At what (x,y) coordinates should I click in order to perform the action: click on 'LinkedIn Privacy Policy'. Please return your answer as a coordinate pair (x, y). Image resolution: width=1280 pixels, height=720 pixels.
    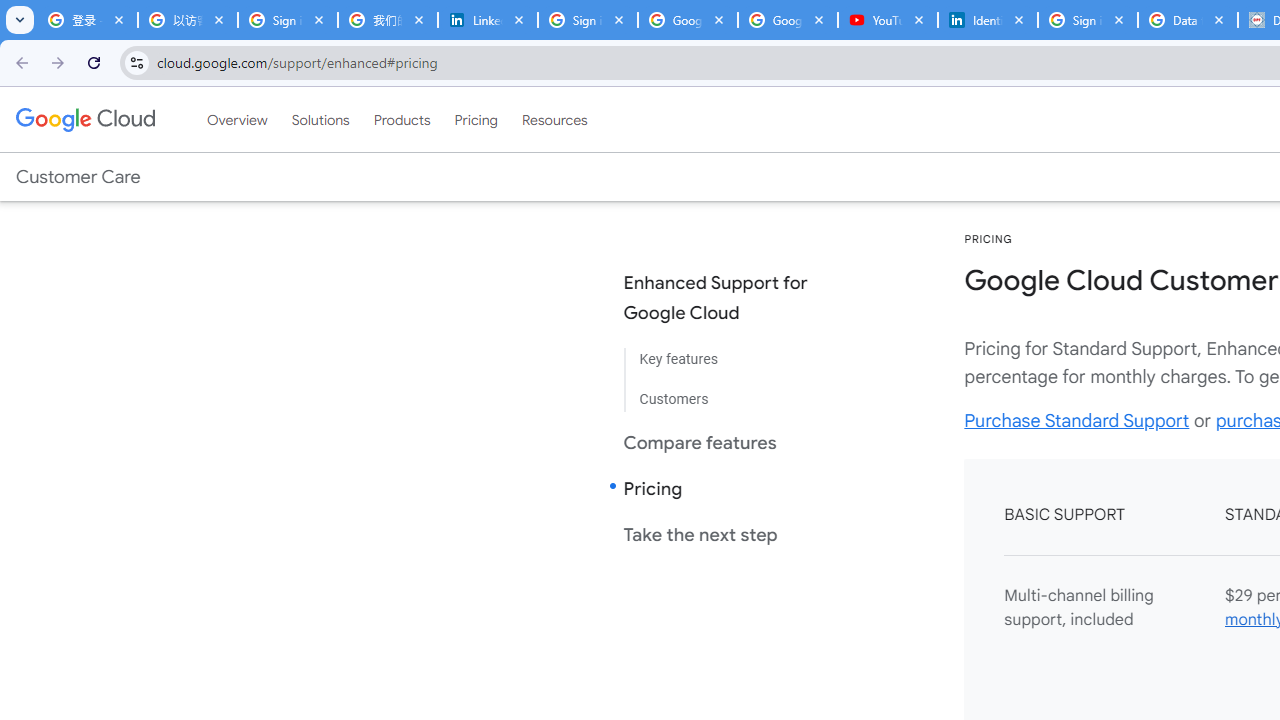
    Looking at the image, I should click on (487, 20).